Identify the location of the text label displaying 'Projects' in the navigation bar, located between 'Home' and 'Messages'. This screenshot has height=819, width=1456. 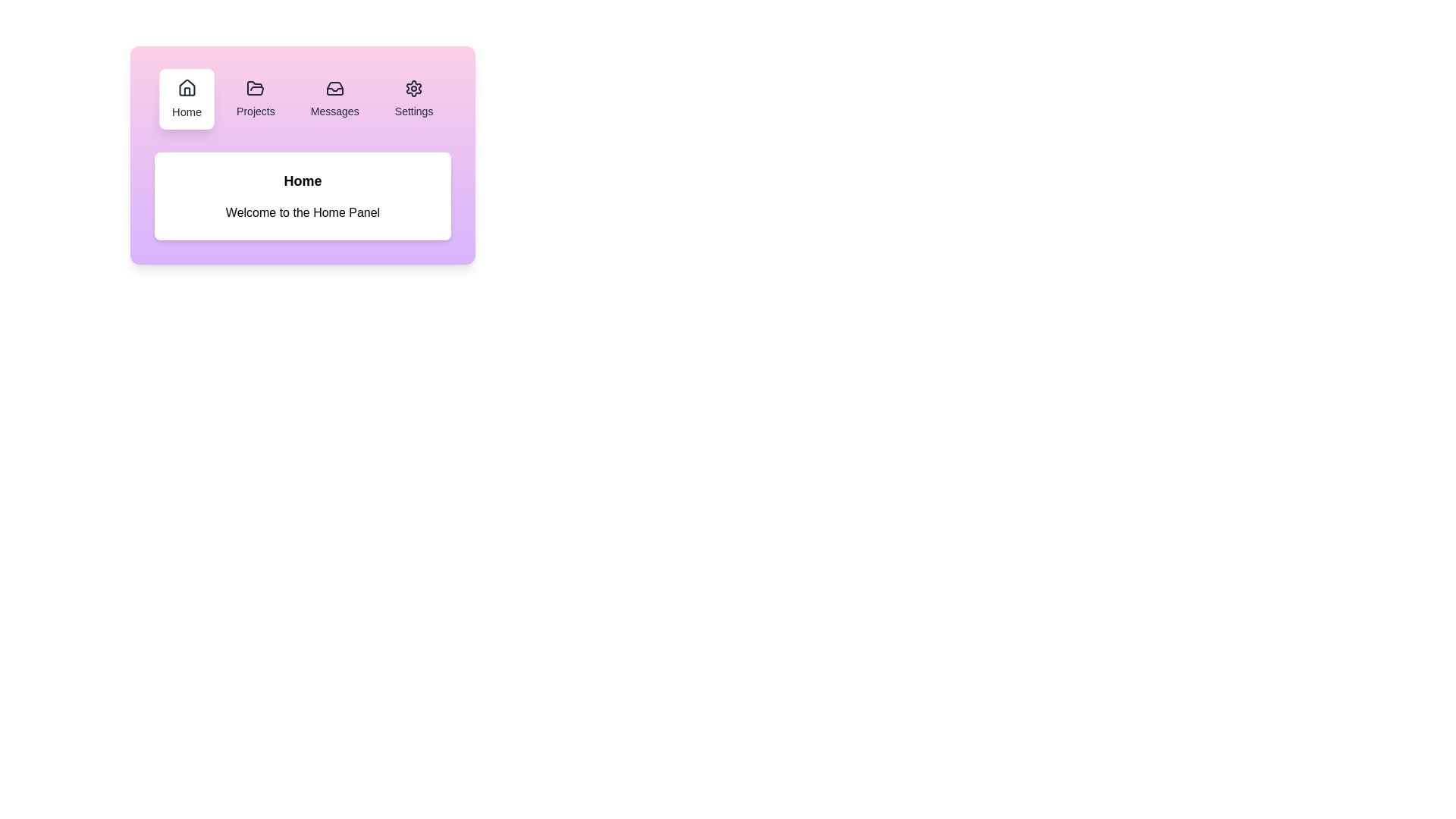
(256, 110).